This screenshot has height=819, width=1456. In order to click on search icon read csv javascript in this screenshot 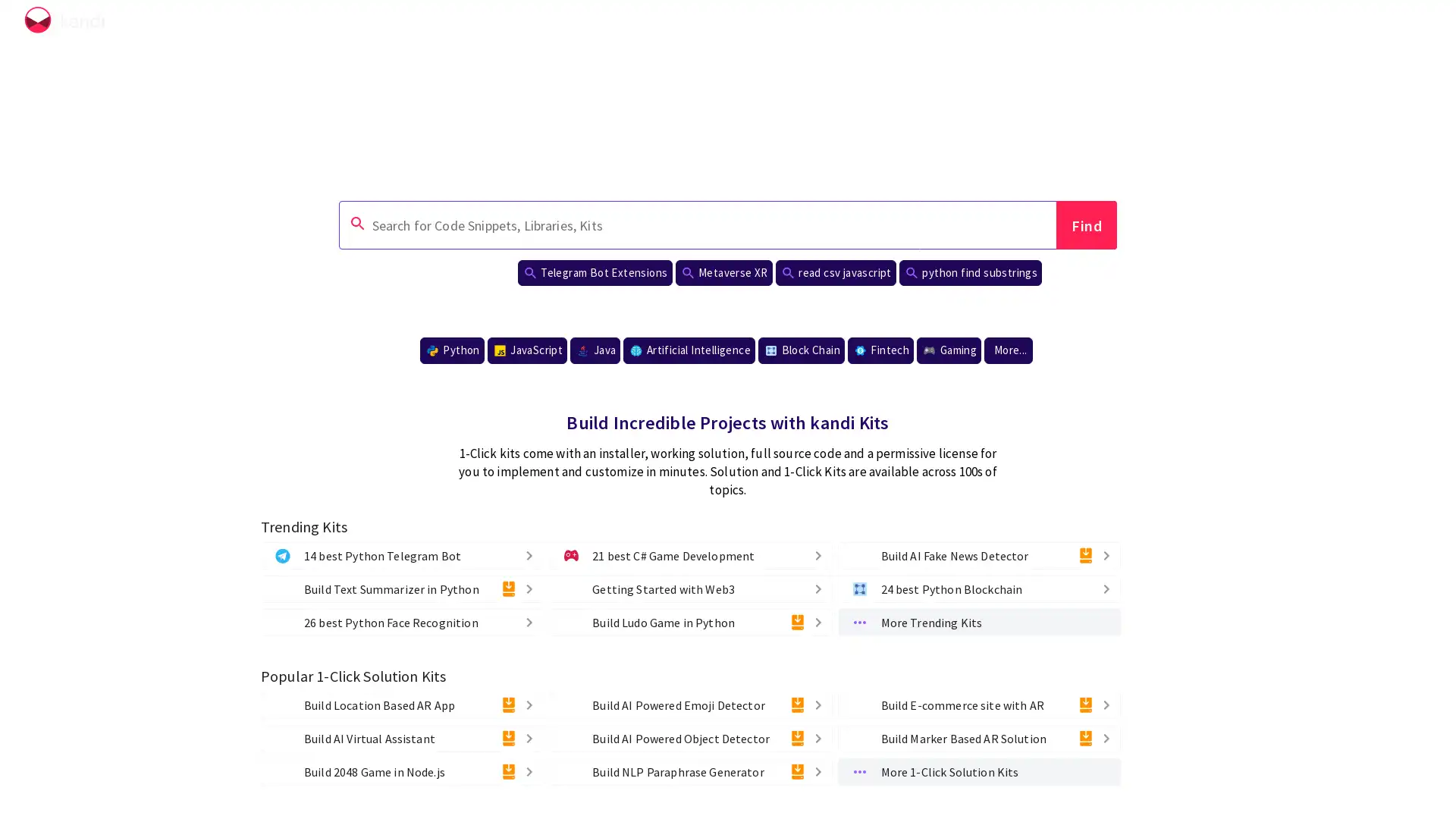, I will do `click(834, 271)`.